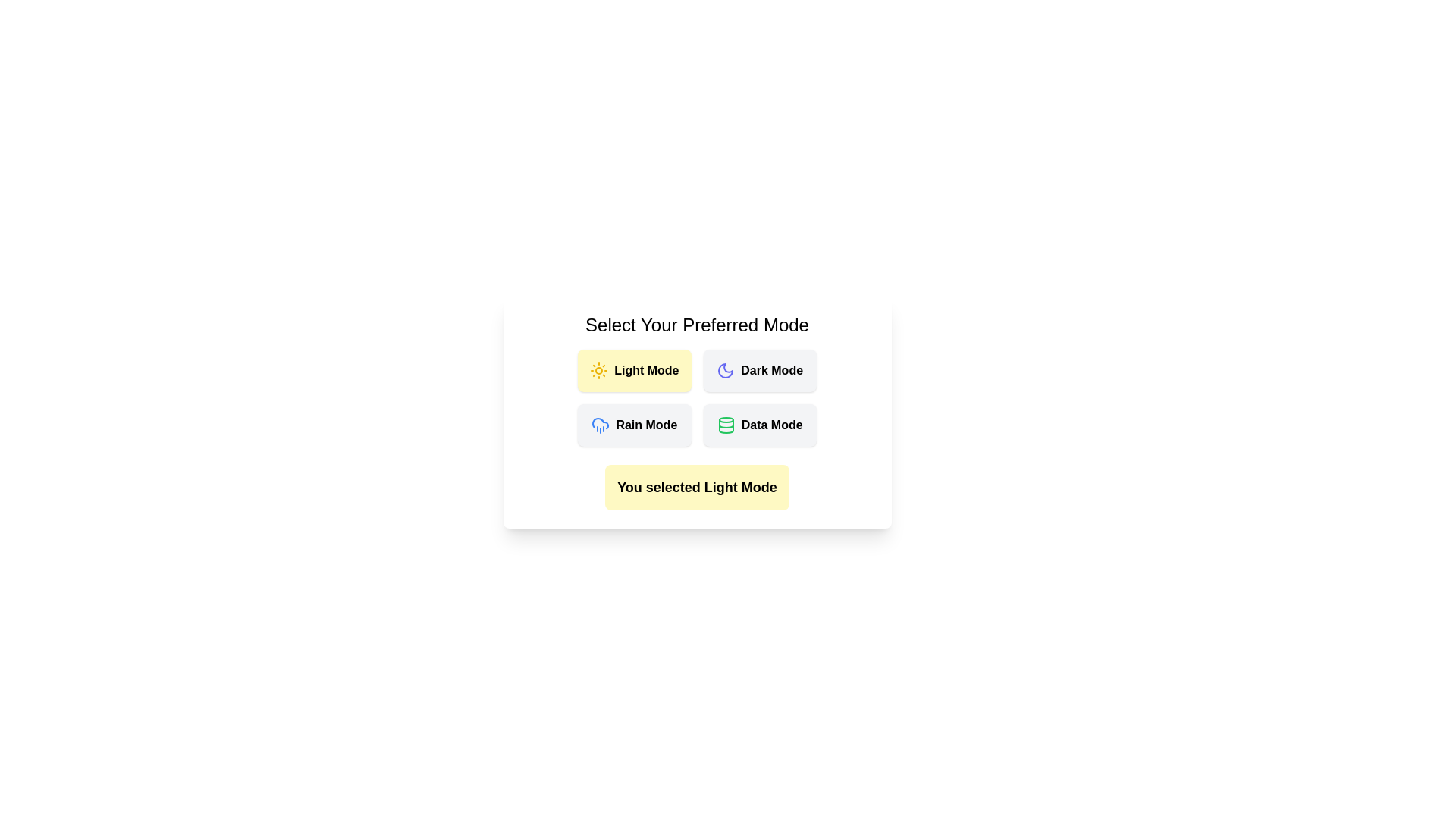  What do you see at coordinates (696, 488) in the screenshot?
I see `confirmation text label indicating 'Light Mode', which is centered below the mode selection buttons` at bounding box center [696, 488].